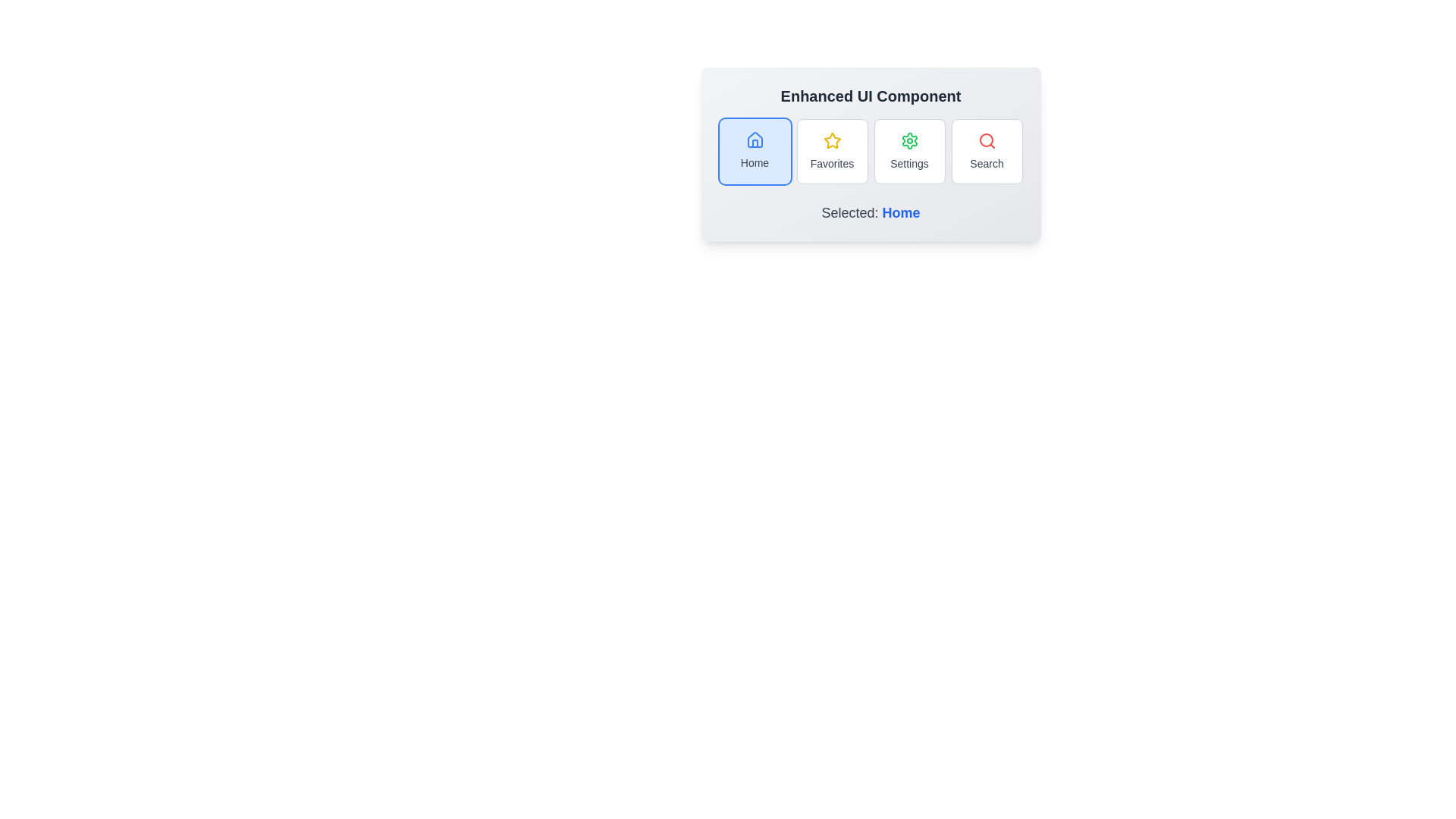  What do you see at coordinates (831, 140) in the screenshot?
I see `the star icon, which represents the 'Favorites' feature` at bounding box center [831, 140].